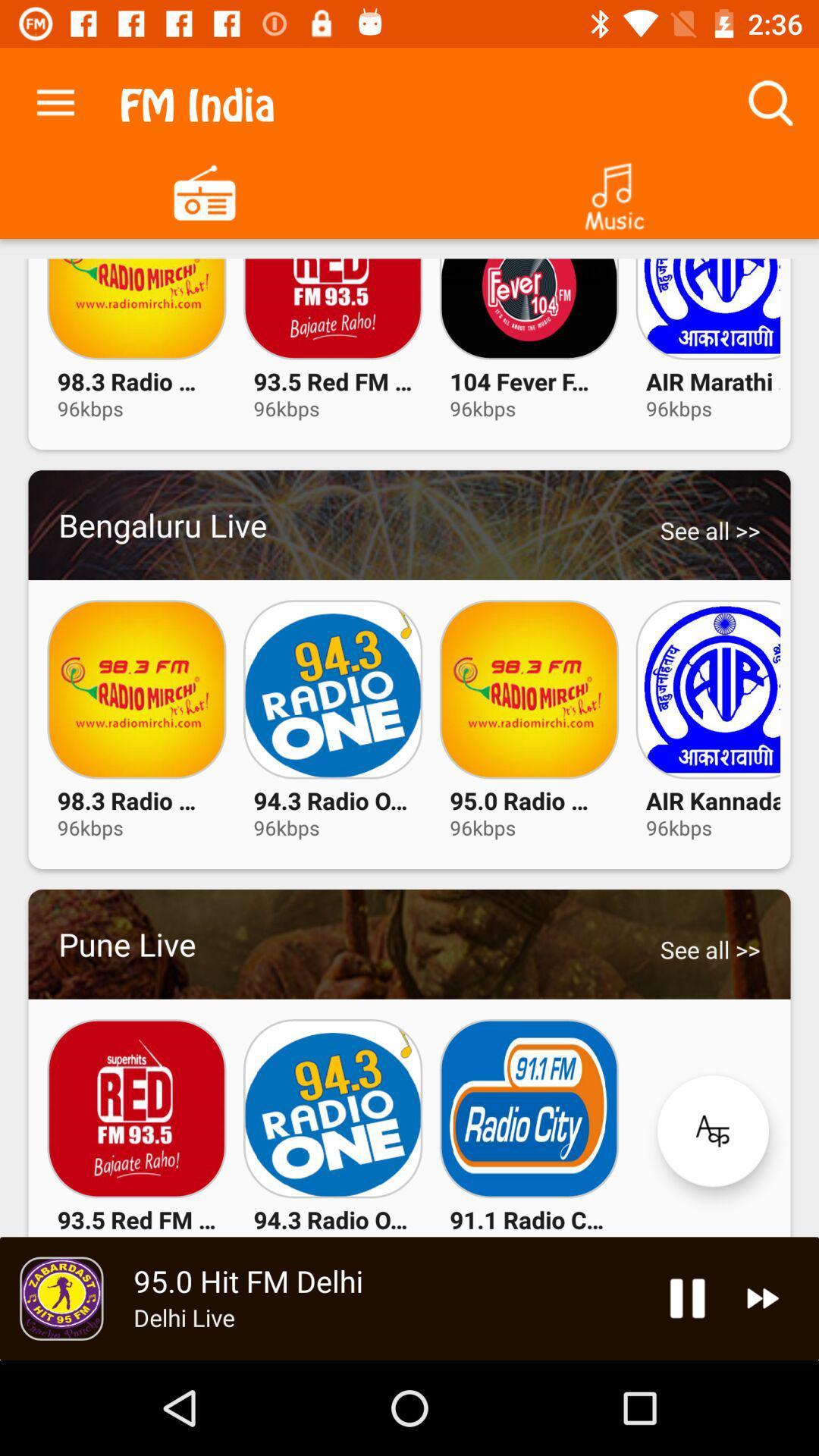 The width and height of the screenshot is (819, 1456). Describe the element at coordinates (713, 1131) in the screenshot. I see `change app language` at that location.